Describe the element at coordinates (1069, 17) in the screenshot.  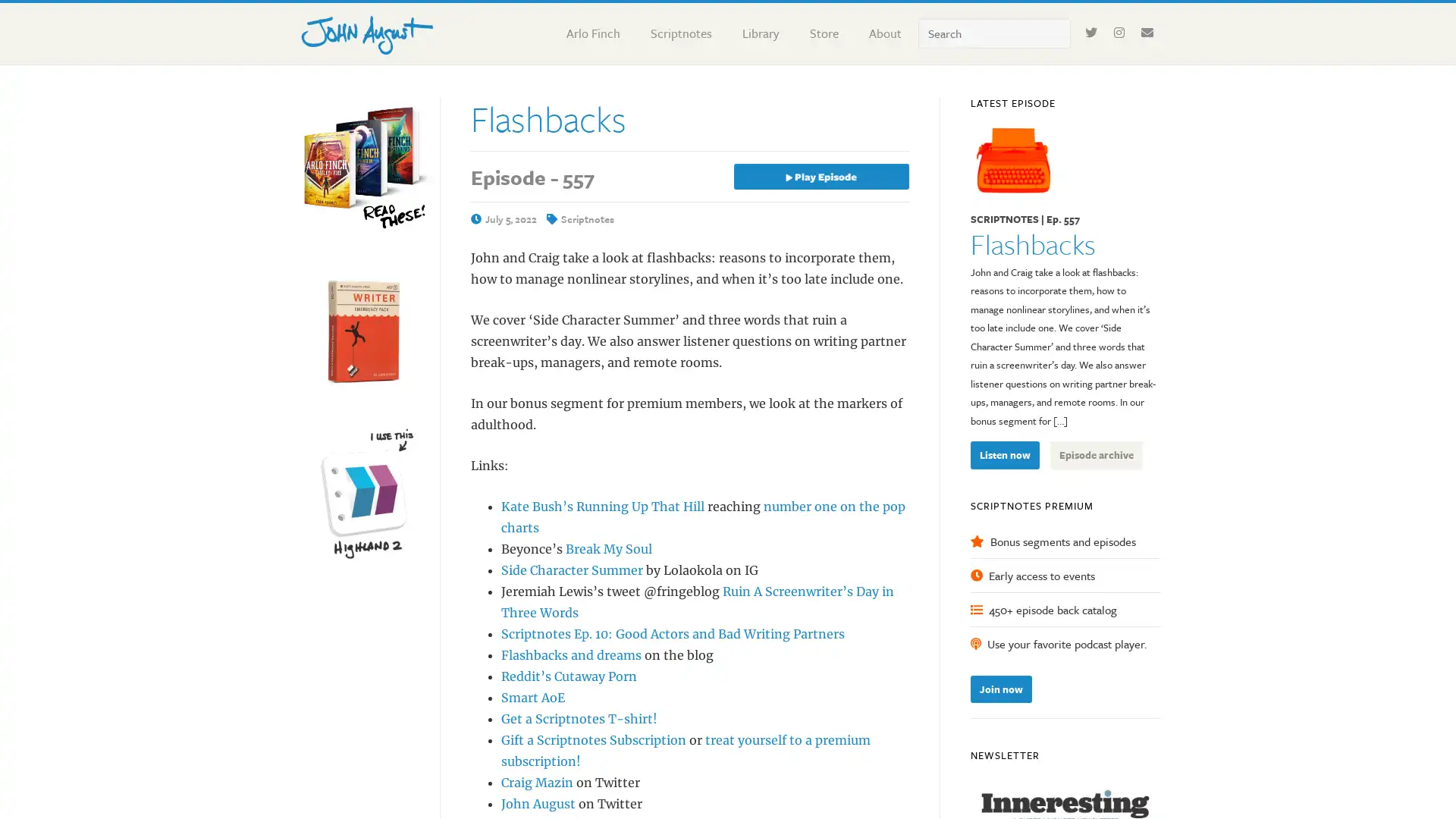
I see `Search` at that location.